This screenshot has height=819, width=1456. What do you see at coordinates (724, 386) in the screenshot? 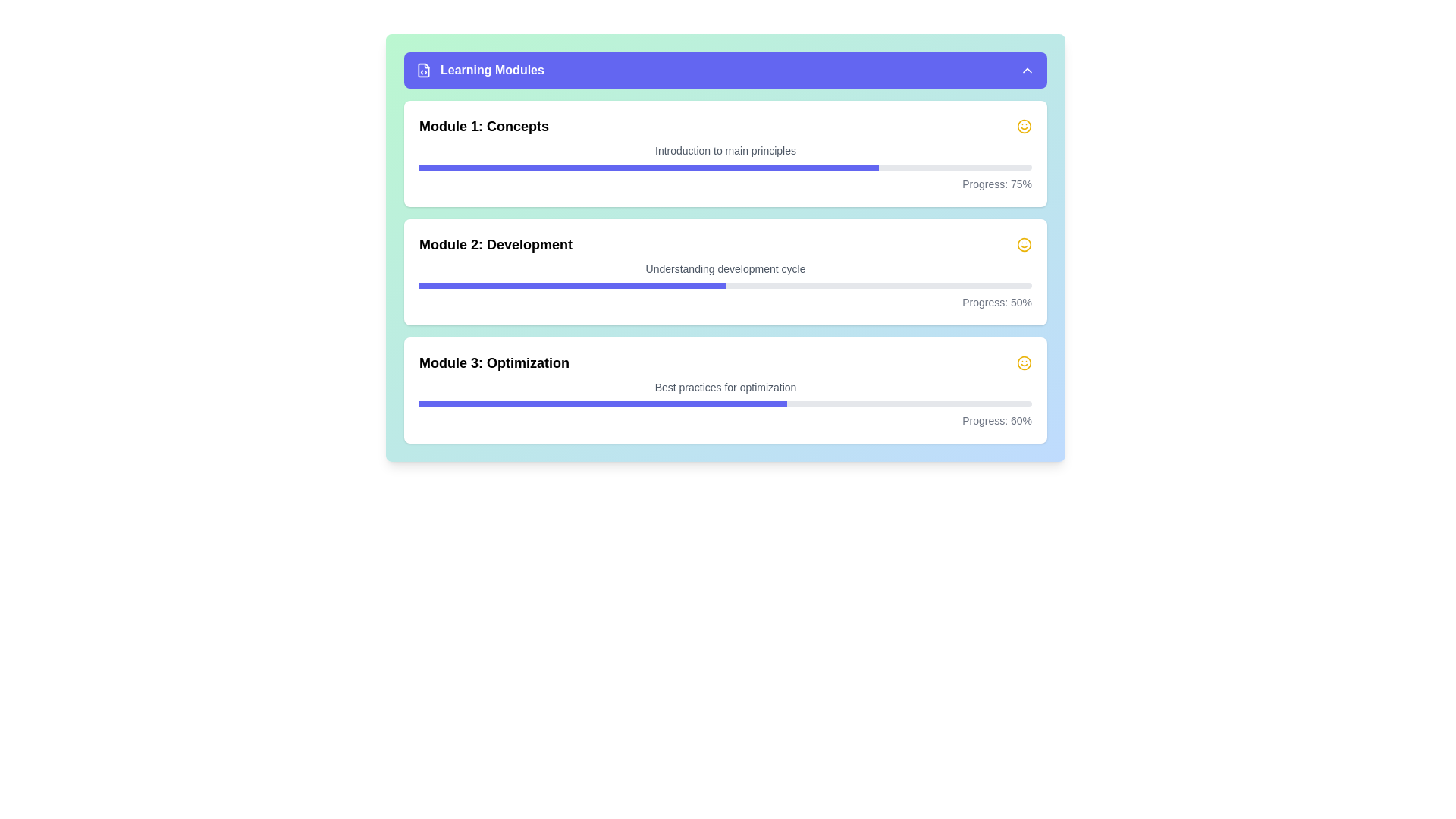
I see `text label providing guidance about Module 3, which focuses on best practices for optimization, located below the module's title and above the progress bar` at bounding box center [724, 386].